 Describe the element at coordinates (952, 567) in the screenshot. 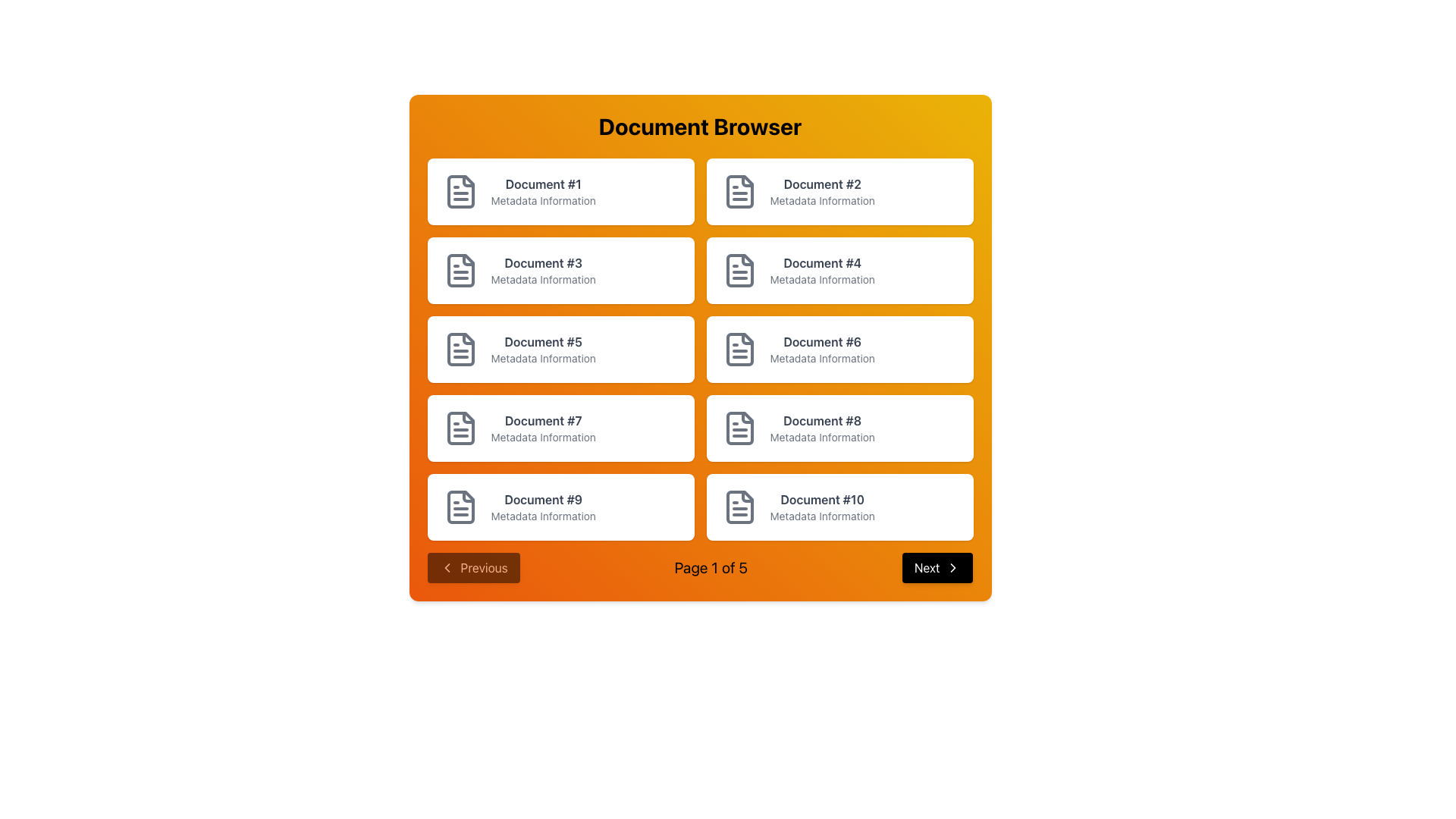

I see `the 'Next' button which contains a right-pointing arrow graphic` at that location.